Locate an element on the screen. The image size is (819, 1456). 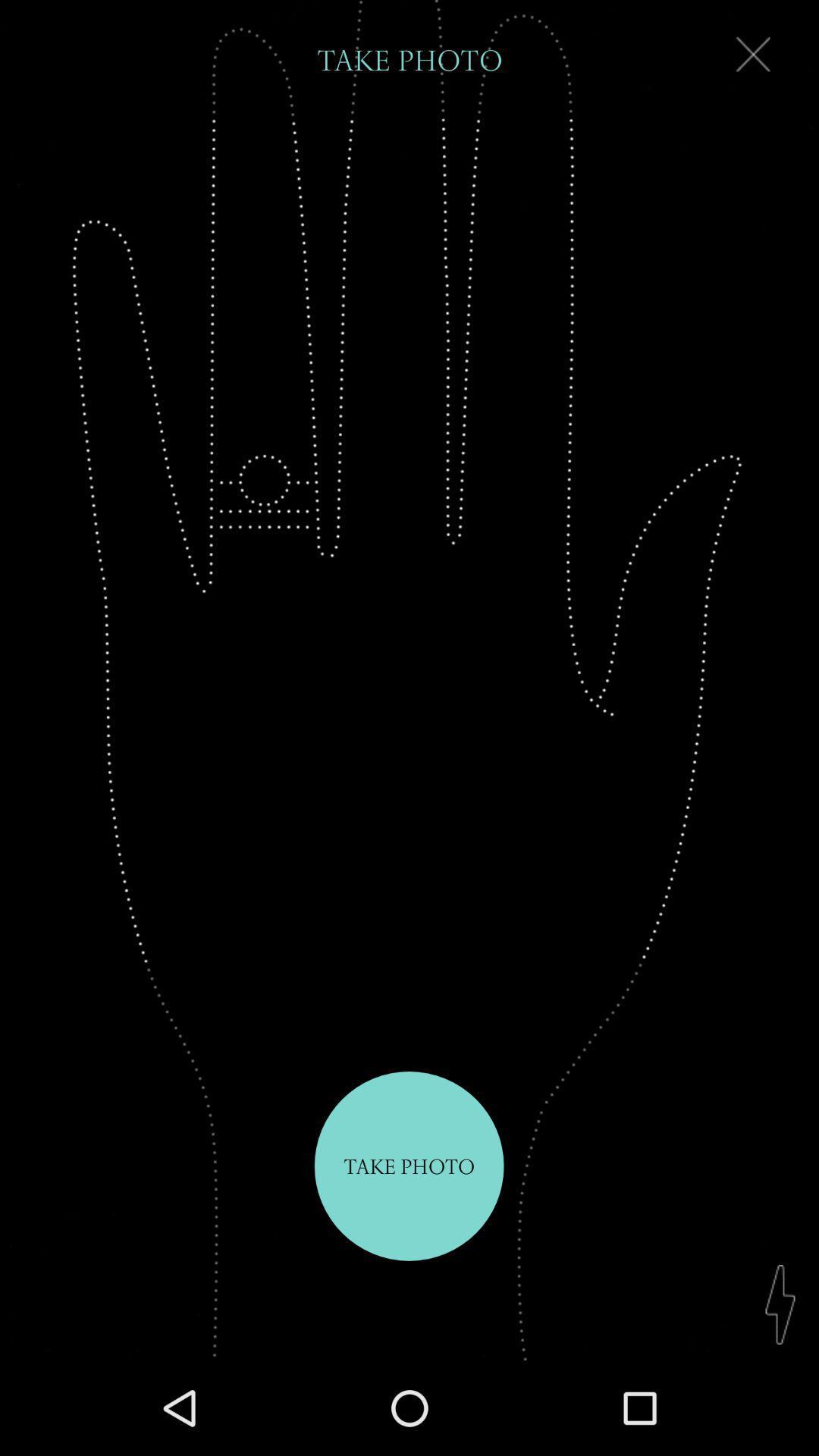
the close icon is located at coordinates (752, 58).